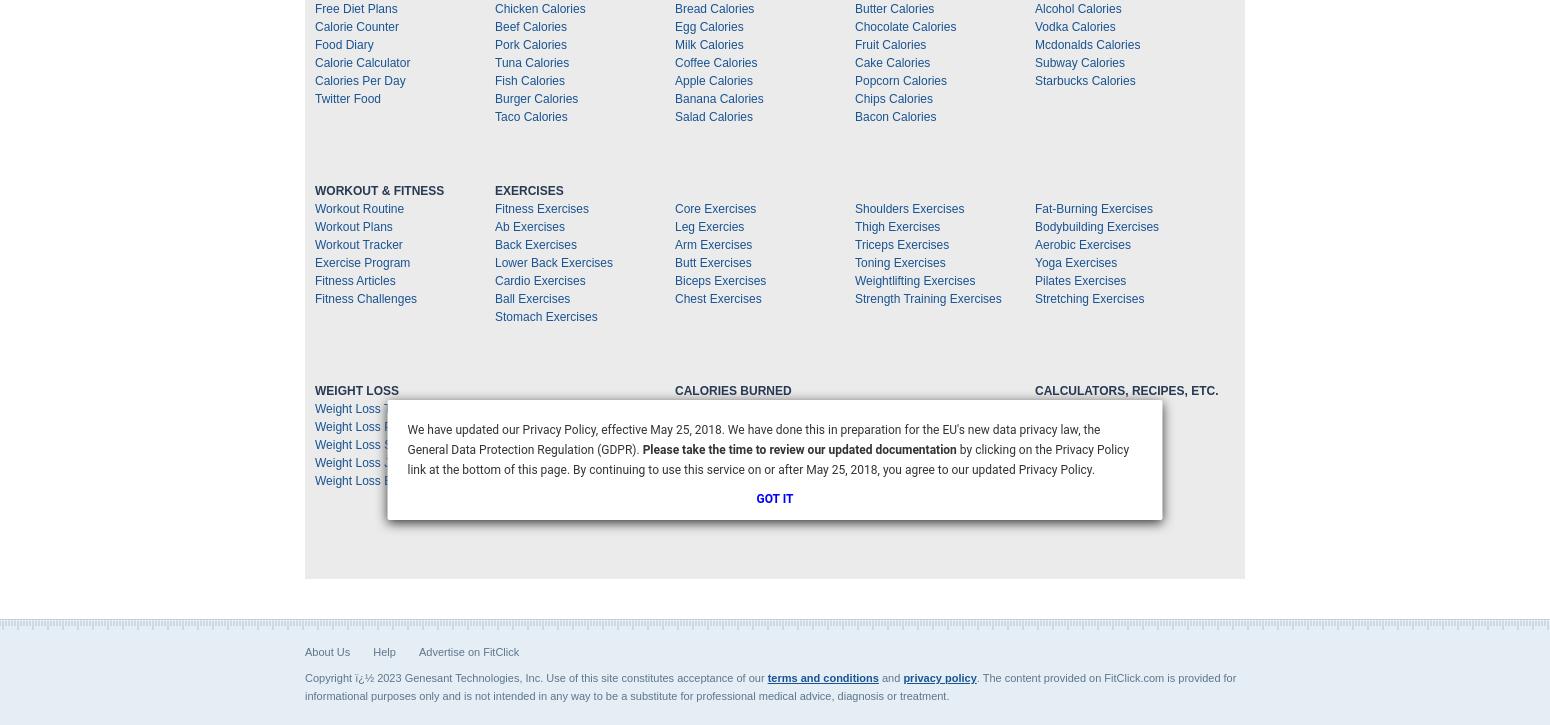 The height and width of the screenshot is (725, 1550). I want to click on 'Calories Burned Yoga', so click(854, 444).